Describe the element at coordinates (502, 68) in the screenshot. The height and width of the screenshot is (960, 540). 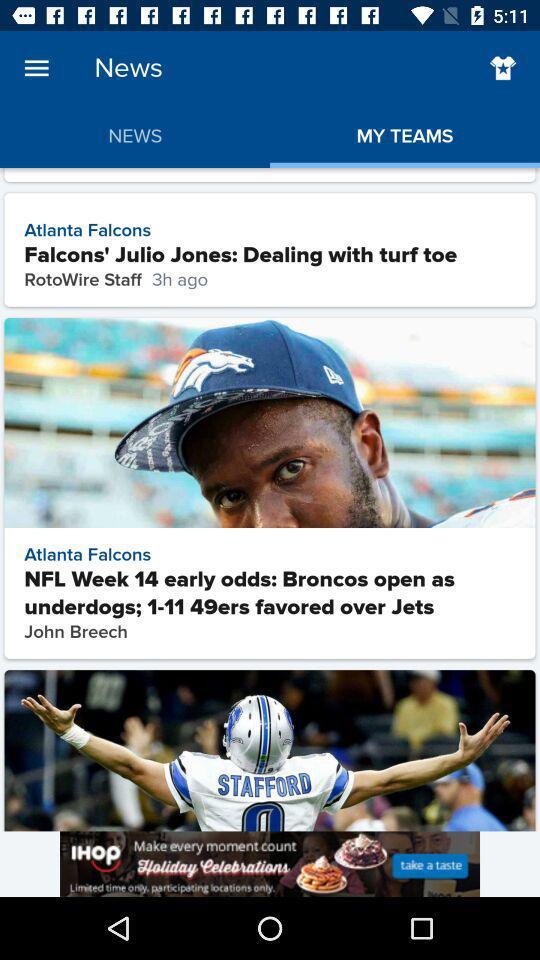
I see `go back` at that location.